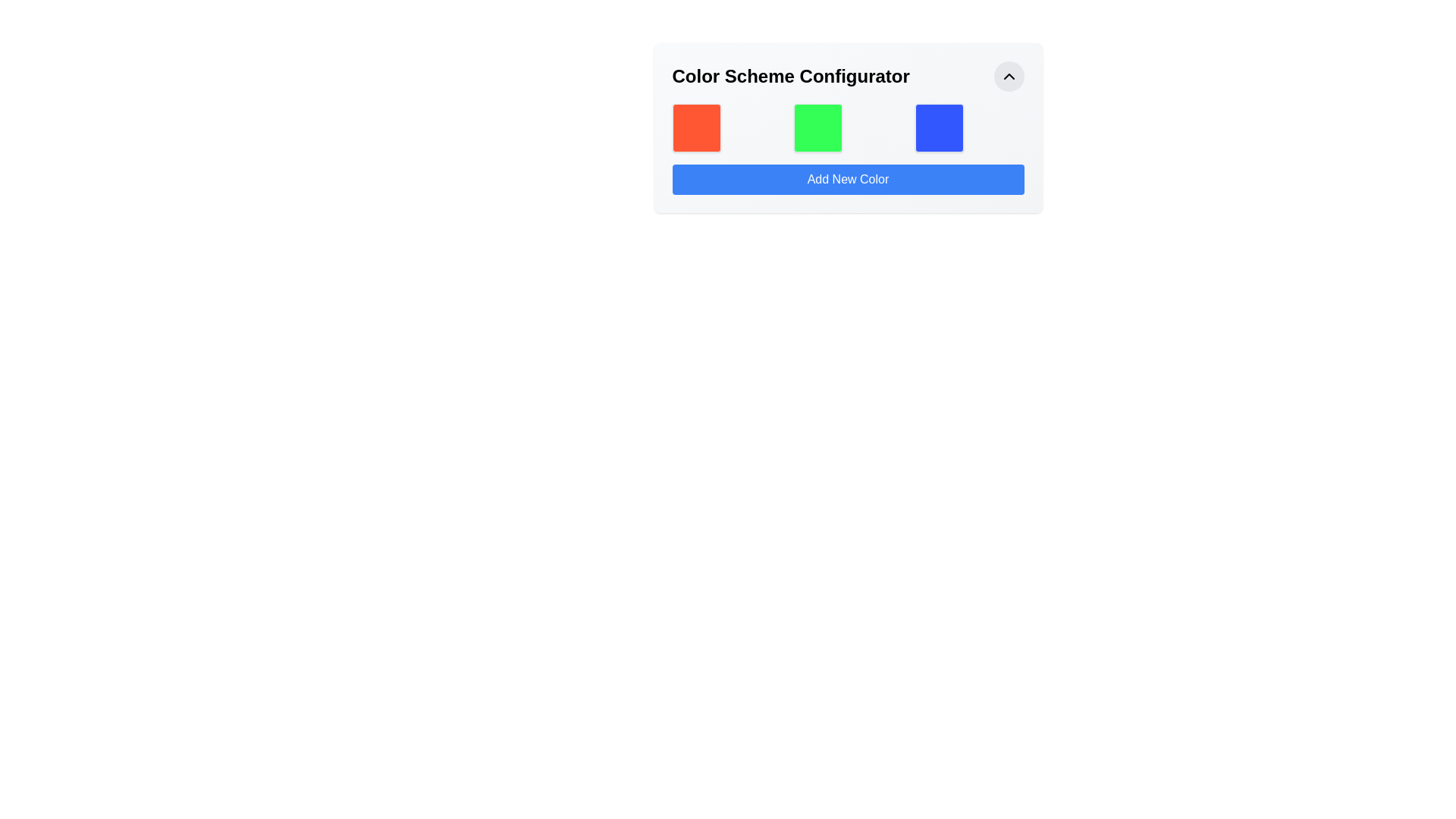 The height and width of the screenshot is (819, 1456). Describe the element at coordinates (817, 127) in the screenshot. I see `the static green square decorative box that visually represents a color option in the Color Scheme Configurator interface` at that location.